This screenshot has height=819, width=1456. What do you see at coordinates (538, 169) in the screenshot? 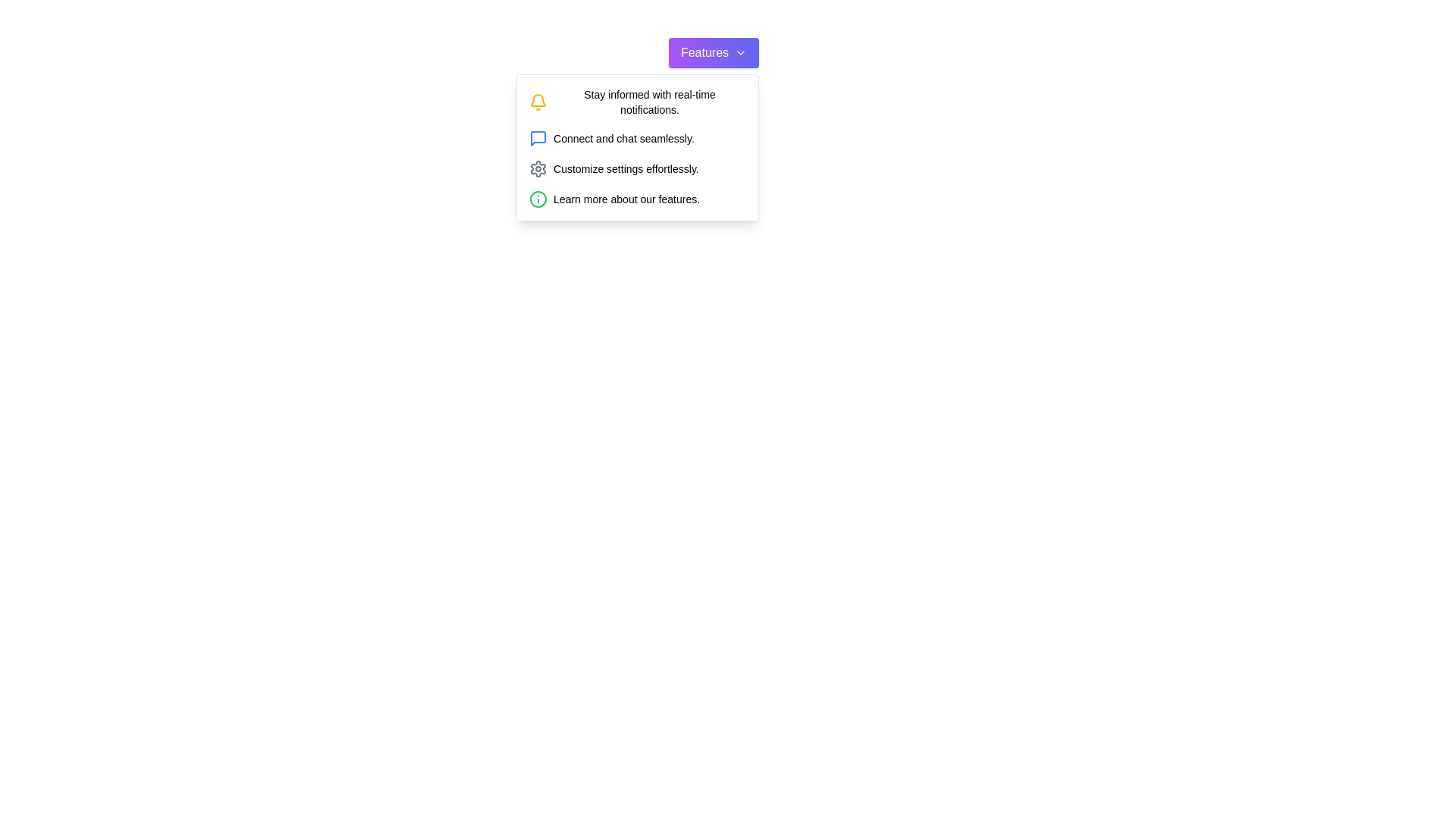
I see `the gear-shaped icon that is light gray with a thin outline, located to the left of the text 'Customize settings effortlessly' in the dropdown menu labeled 'Features'` at bounding box center [538, 169].